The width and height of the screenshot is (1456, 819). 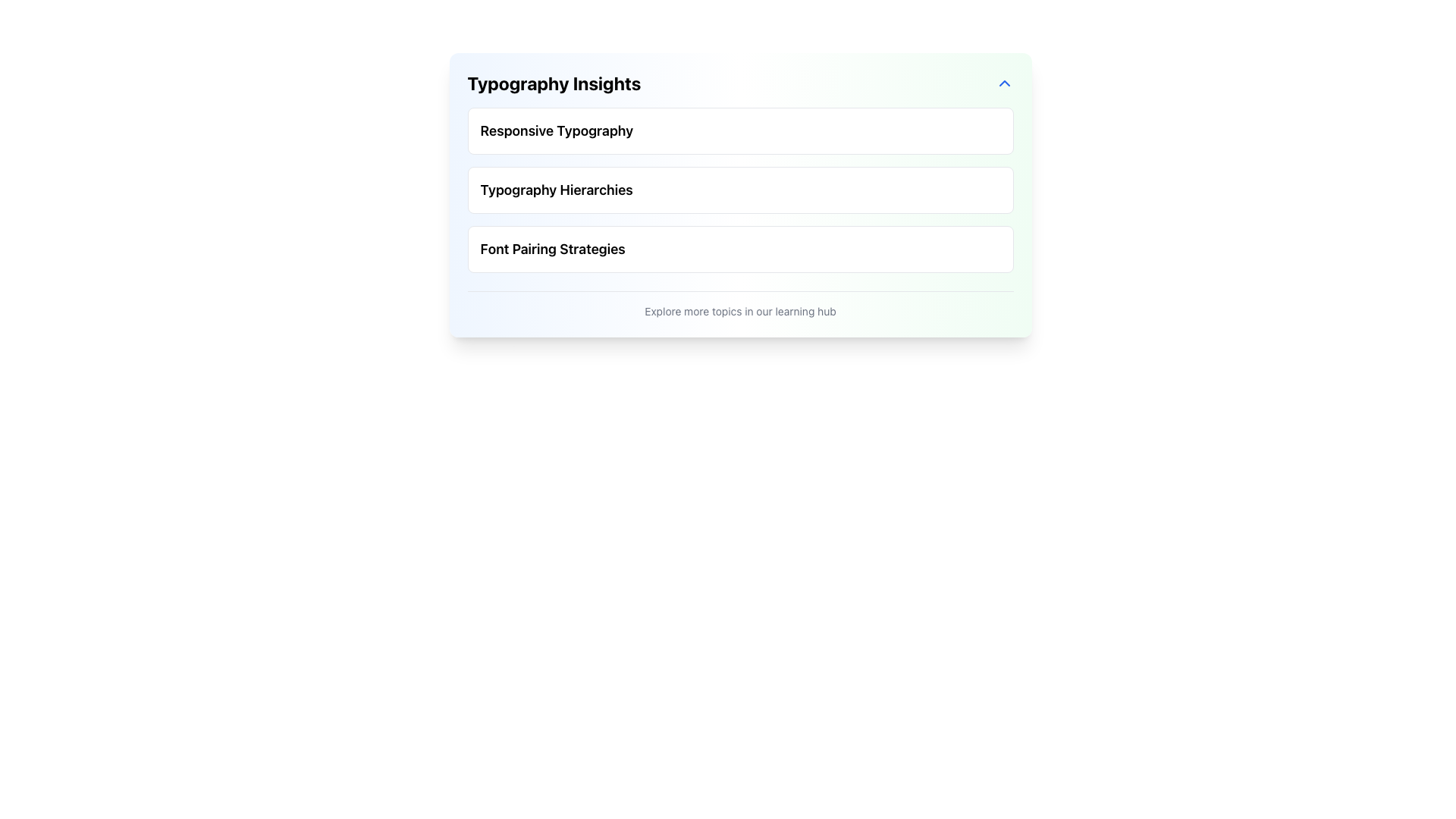 What do you see at coordinates (1004, 83) in the screenshot?
I see `the button located at the far right of the 'Typography Insights' header` at bounding box center [1004, 83].